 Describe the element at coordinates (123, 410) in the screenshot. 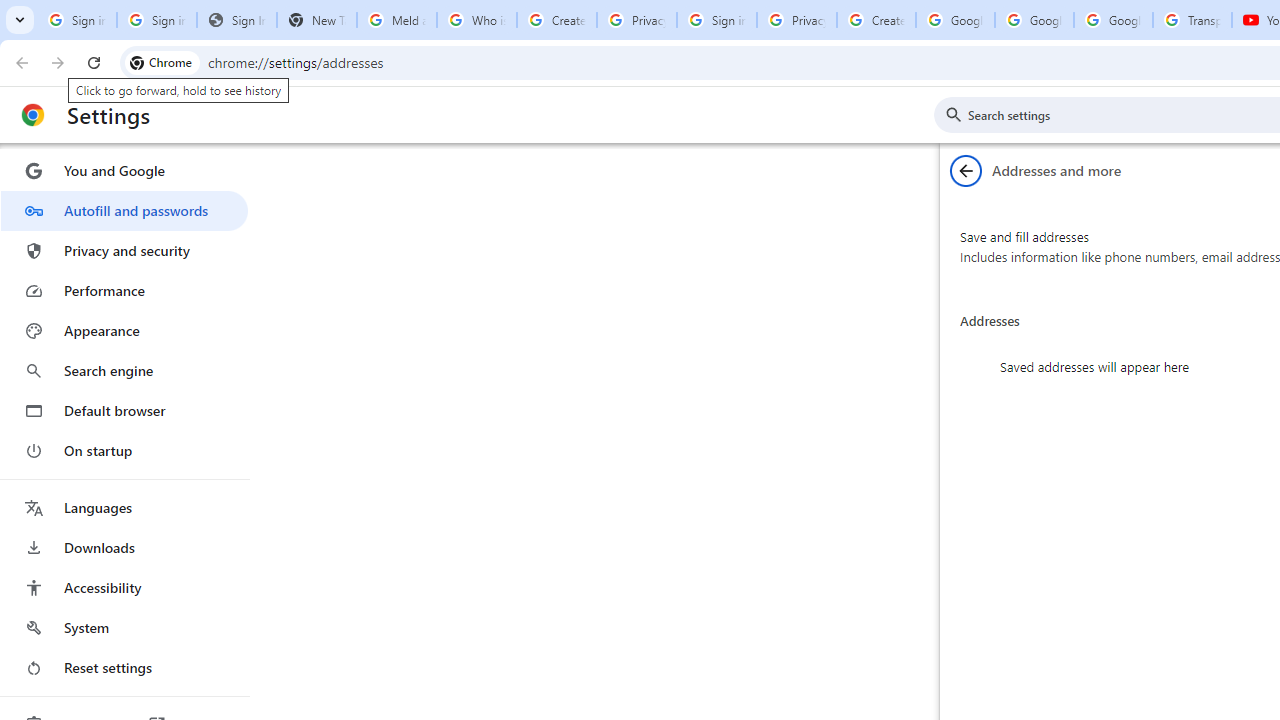

I see `'Default browser'` at that location.